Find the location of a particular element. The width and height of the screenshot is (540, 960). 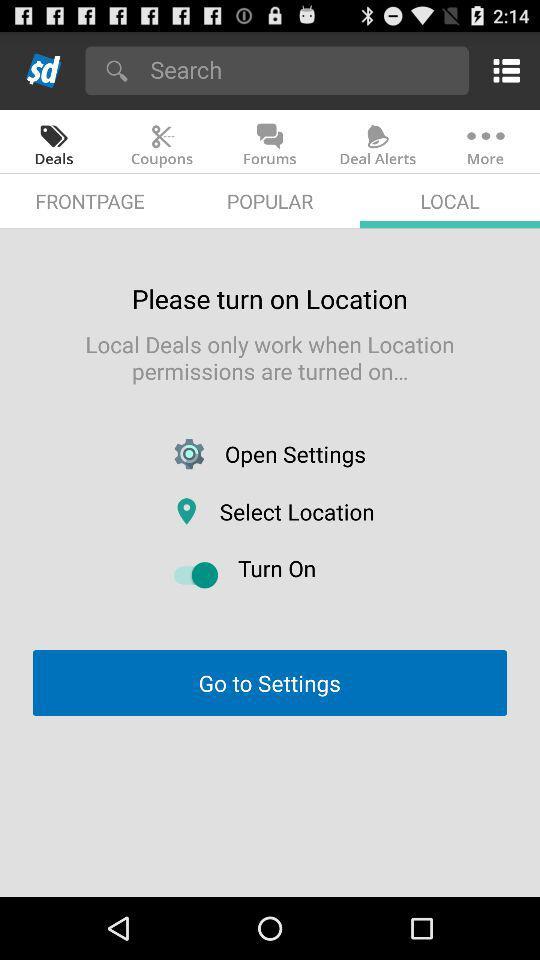

opens the search box is located at coordinates (302, 69).